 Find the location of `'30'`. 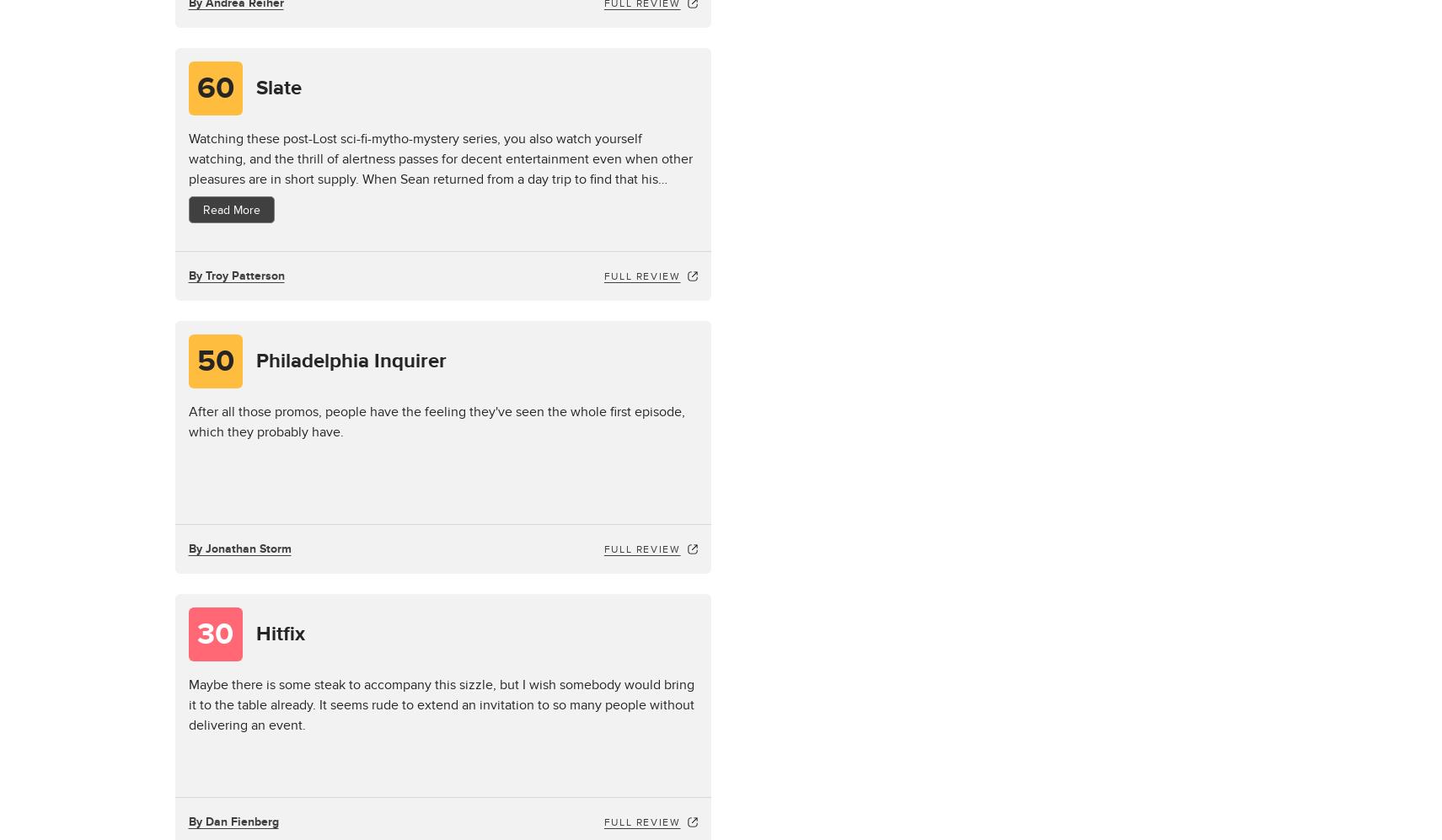

'30' is located at coordinates (214, 634).